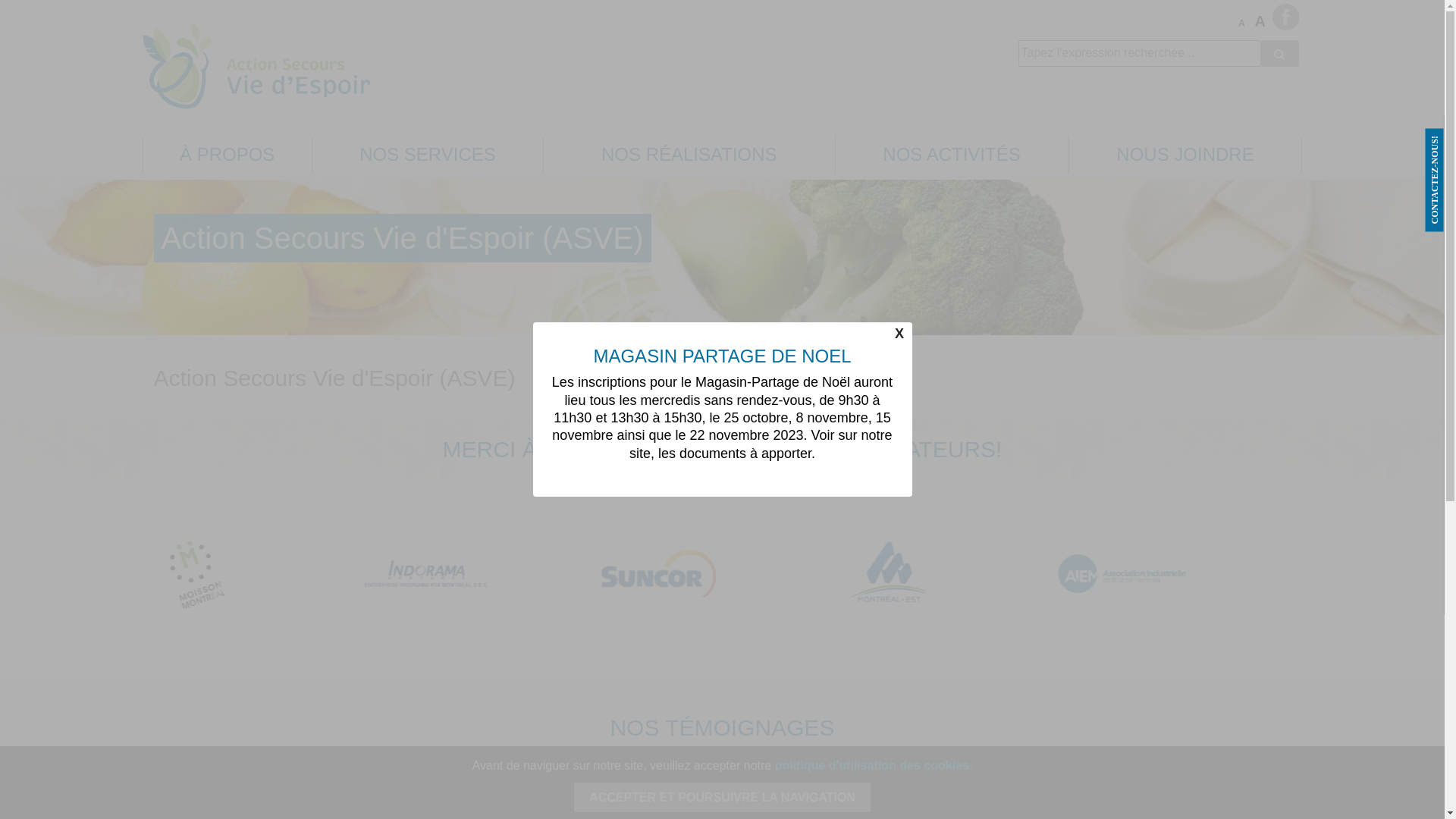 The height and width of the screenshot is (819, 1456). I want to click on 'A', so click(1244, 24).